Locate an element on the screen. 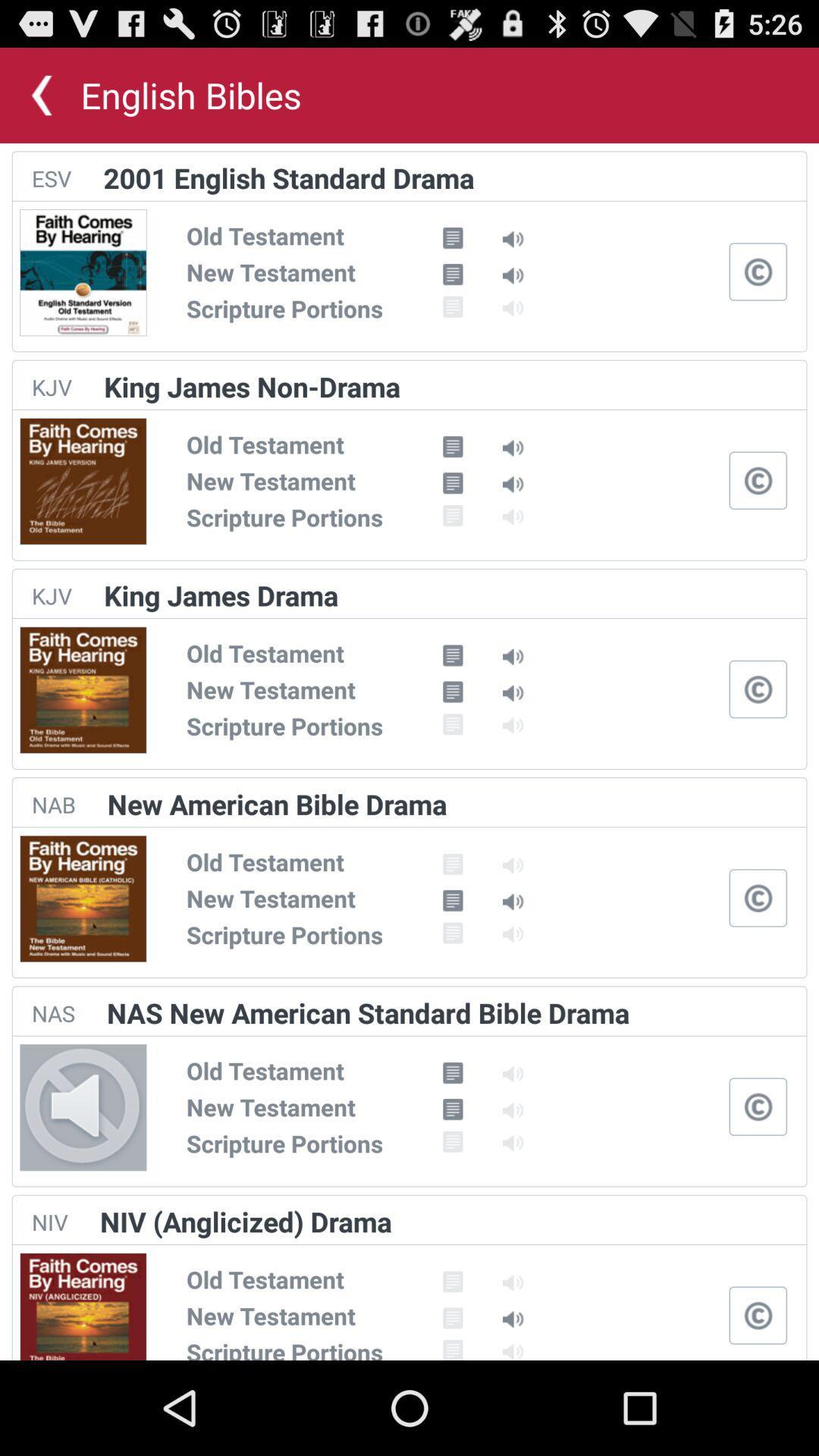 The height and width of the screenshot is (1456, 819). the niv (anglicized) drama item is located at coordinates (245, 1222).